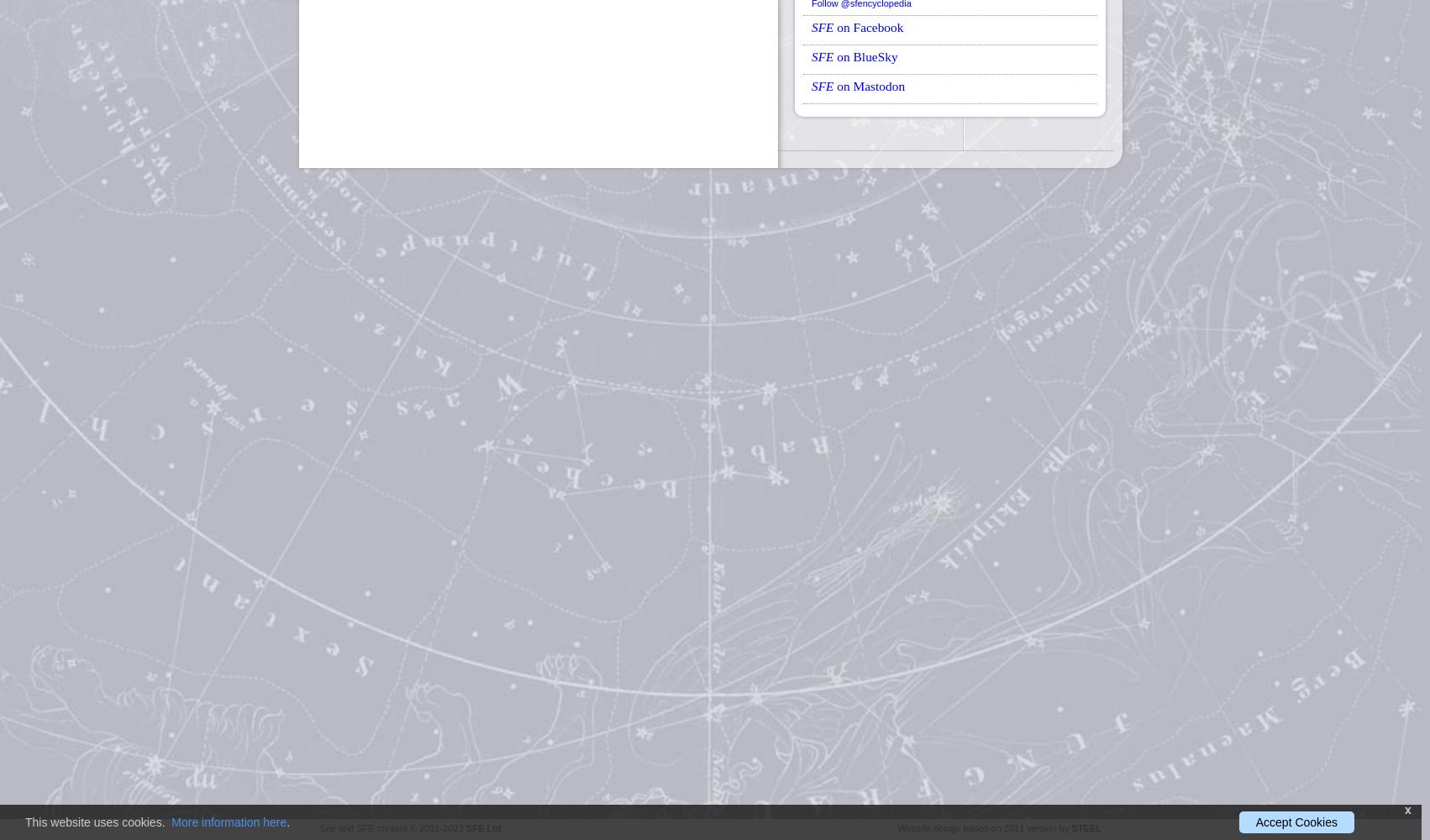 This screenshot has width=1430, height=840. What do you see at coordinates (228, 822) in the screenshot?
I see `'More information here'` at bounding box center [228, 822].